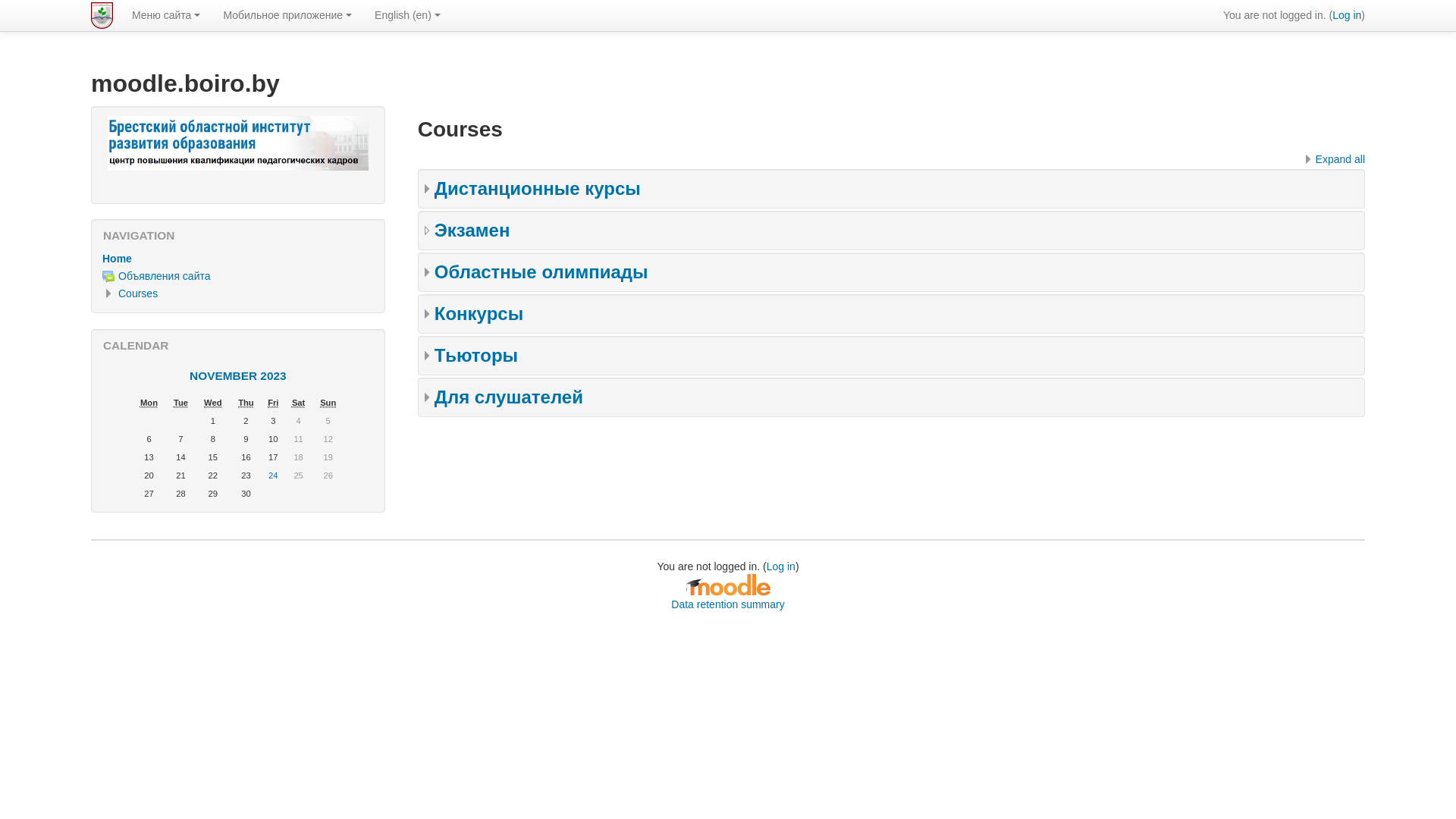 The width and height of the screenshot is (1456, 819). What do you see at coordinates (138, 293) in the screenshot?
I see `'Courses'` at bounding box center [138, 293].